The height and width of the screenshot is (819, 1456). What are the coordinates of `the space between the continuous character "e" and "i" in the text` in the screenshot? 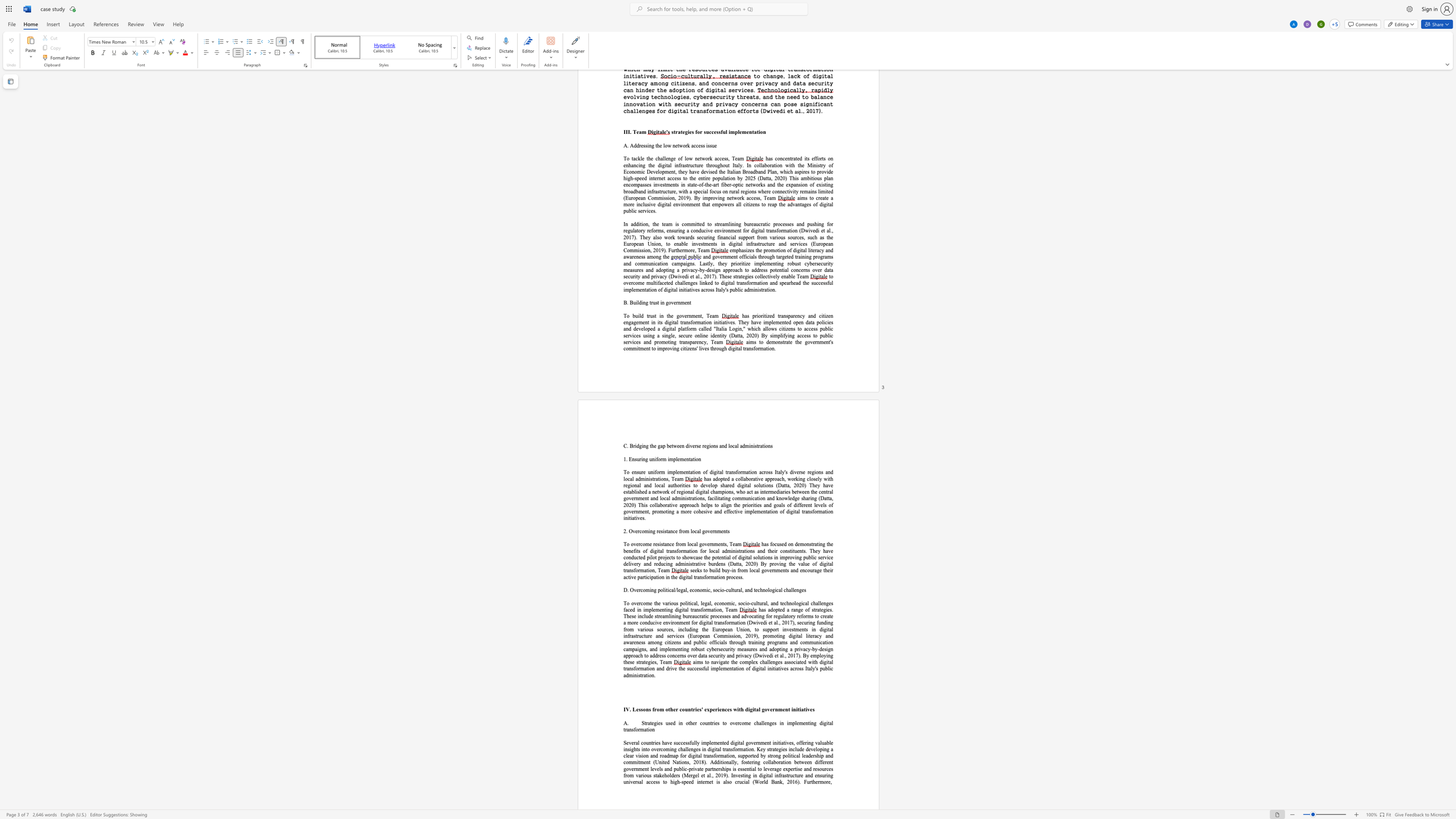 It's located at (829, 570).